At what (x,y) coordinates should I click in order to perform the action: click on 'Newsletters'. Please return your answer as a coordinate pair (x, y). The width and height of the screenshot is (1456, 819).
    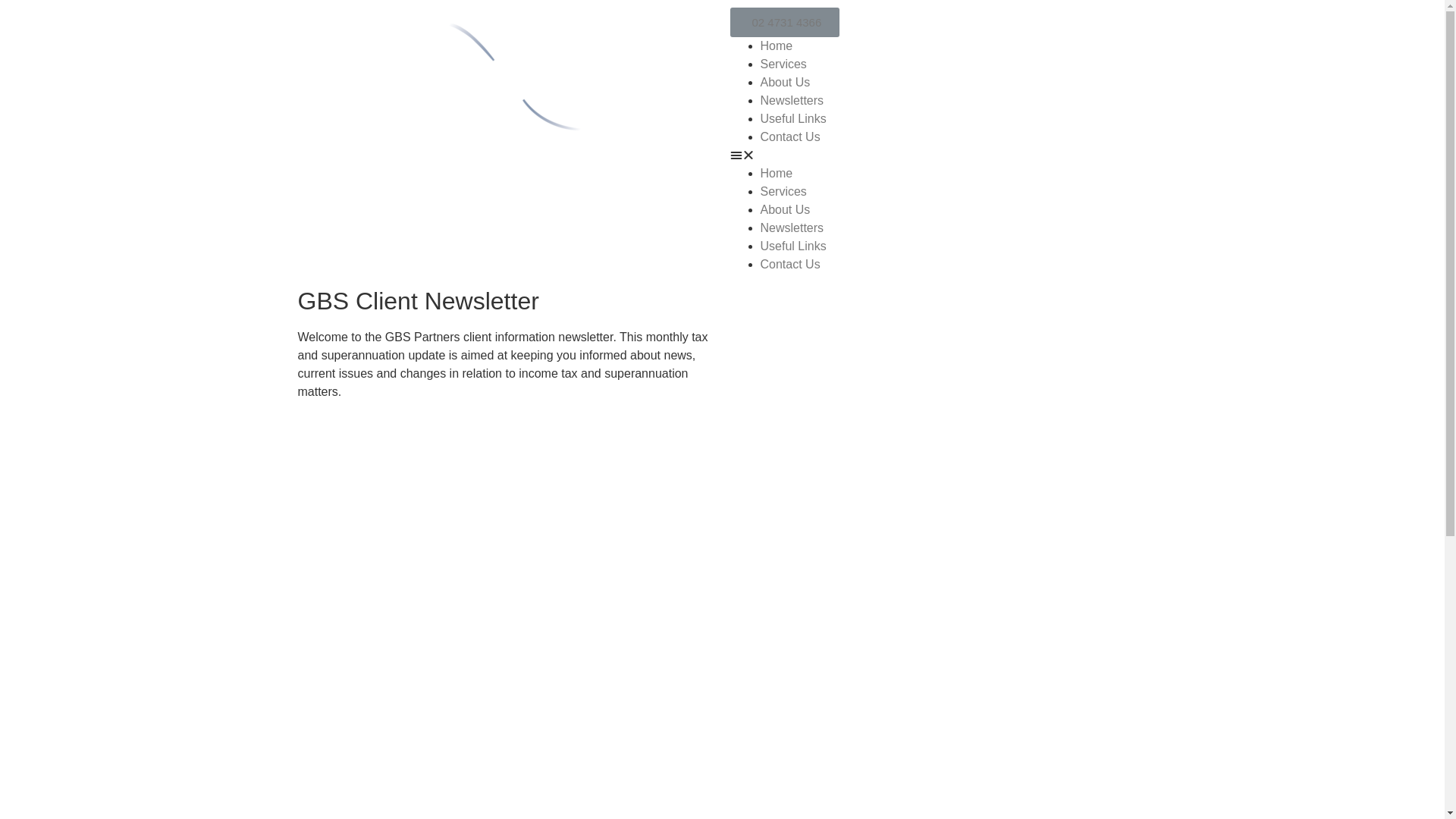
    Looking at the image, I should click on (760, 100).